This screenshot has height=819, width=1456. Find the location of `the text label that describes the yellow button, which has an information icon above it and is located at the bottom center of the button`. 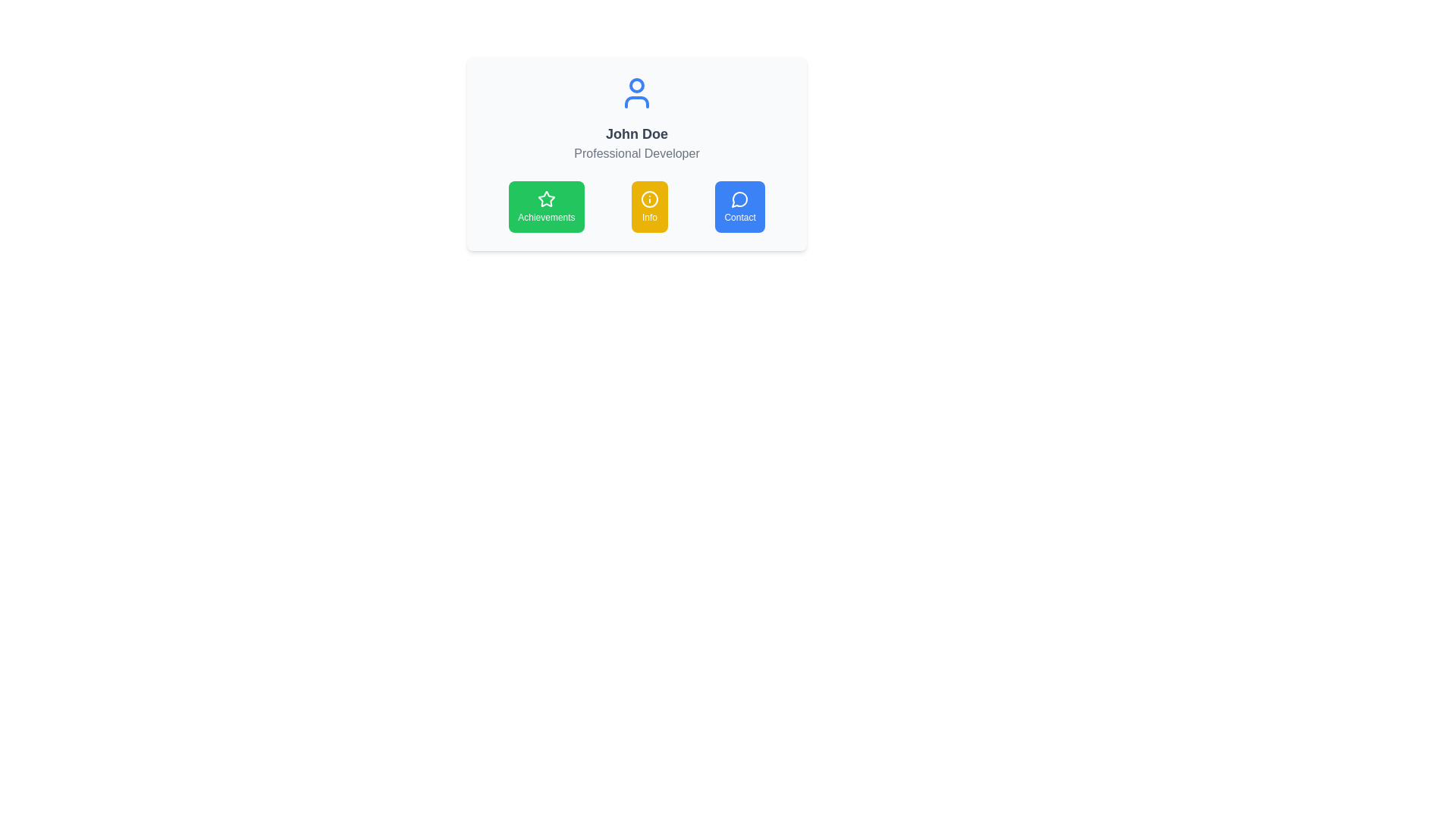

the text label that describes the yellow button, which has an information icon above it and is located at the bottom center of the button is located at coordinates (649, 217).